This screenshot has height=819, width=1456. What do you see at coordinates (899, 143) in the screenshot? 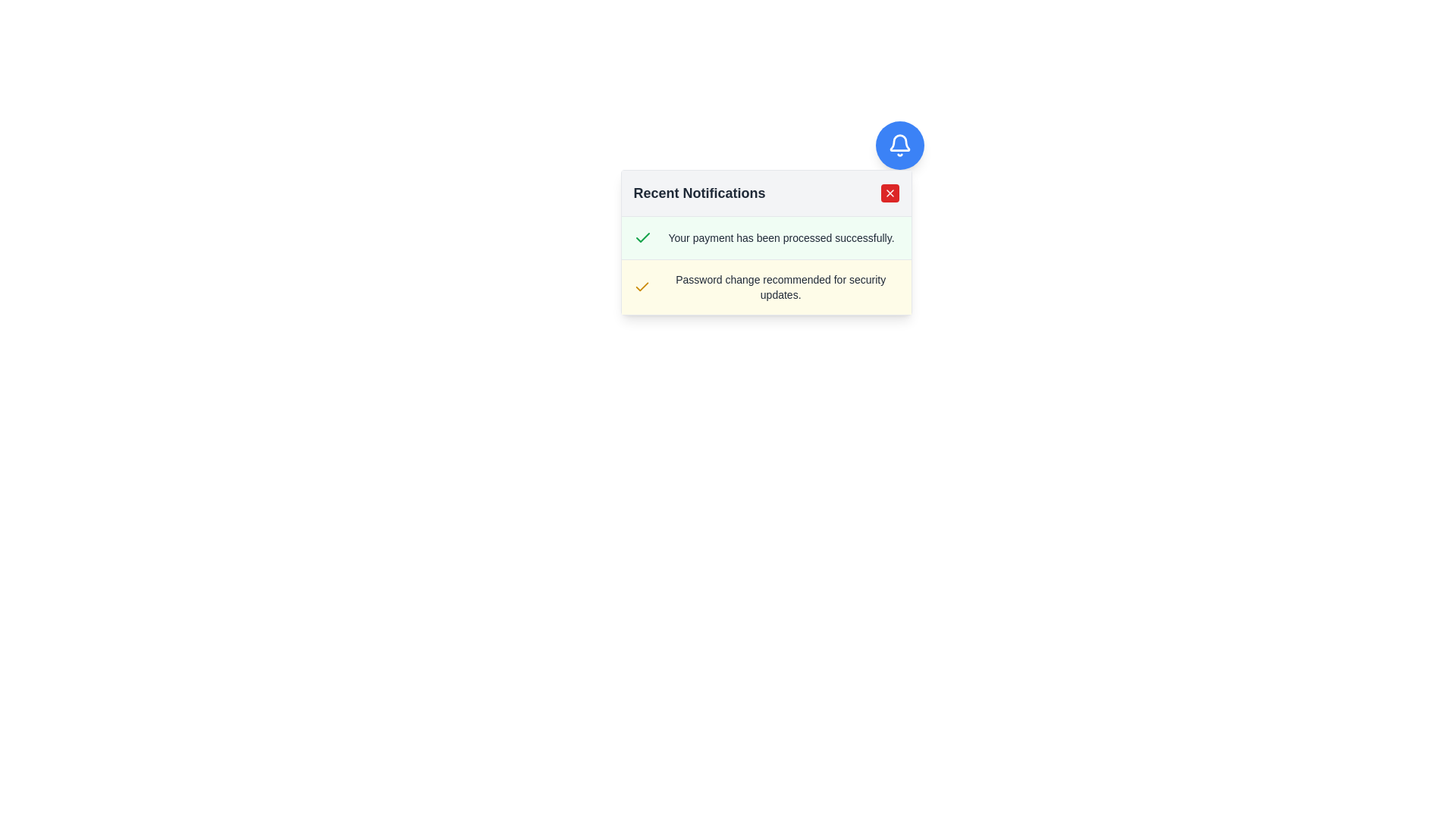
I see `the bell icon` at bounding box center [899, 143].